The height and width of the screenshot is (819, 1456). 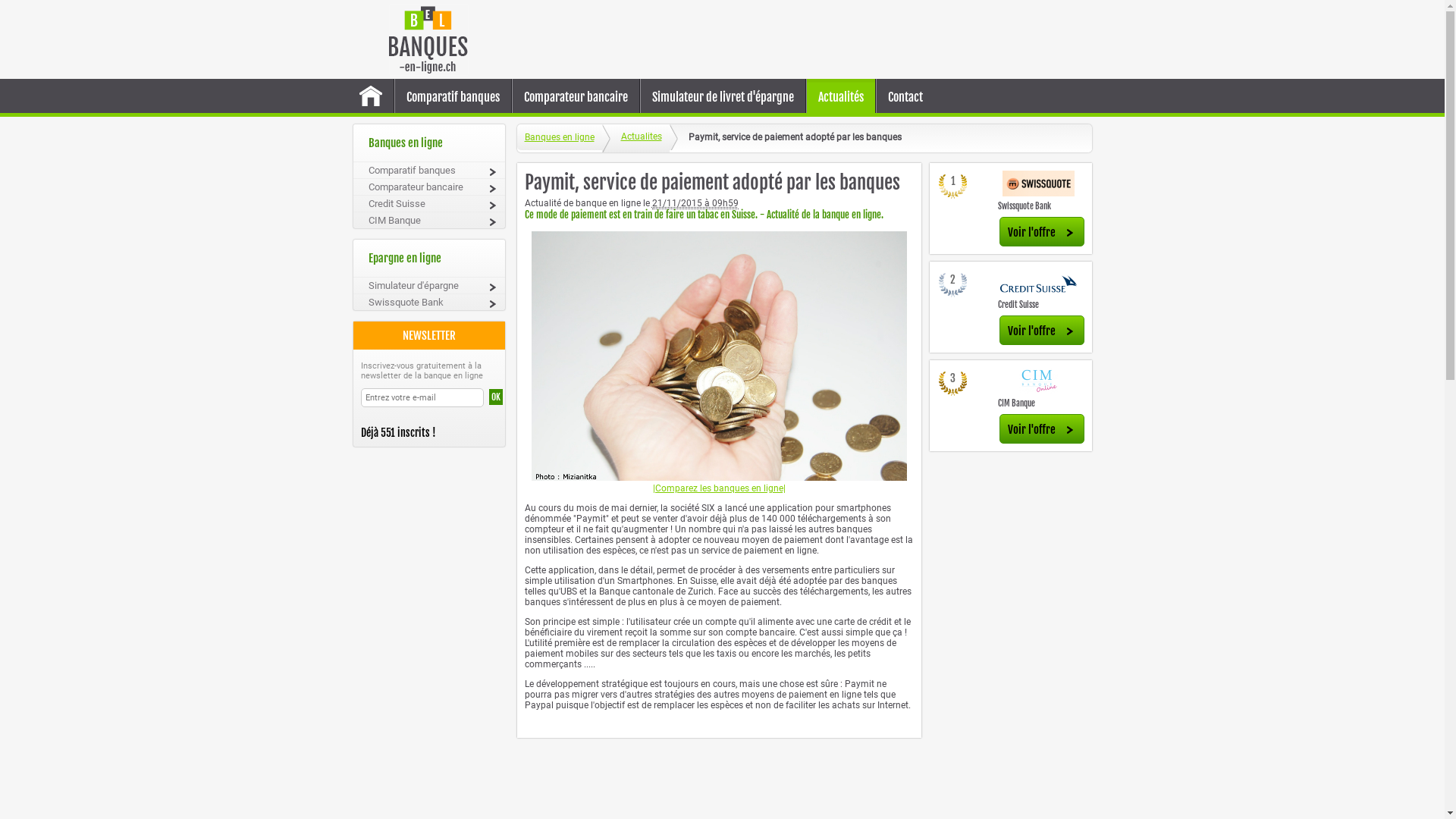 I want to click on 'Voir l'offre', so click(x=1040, y=231).